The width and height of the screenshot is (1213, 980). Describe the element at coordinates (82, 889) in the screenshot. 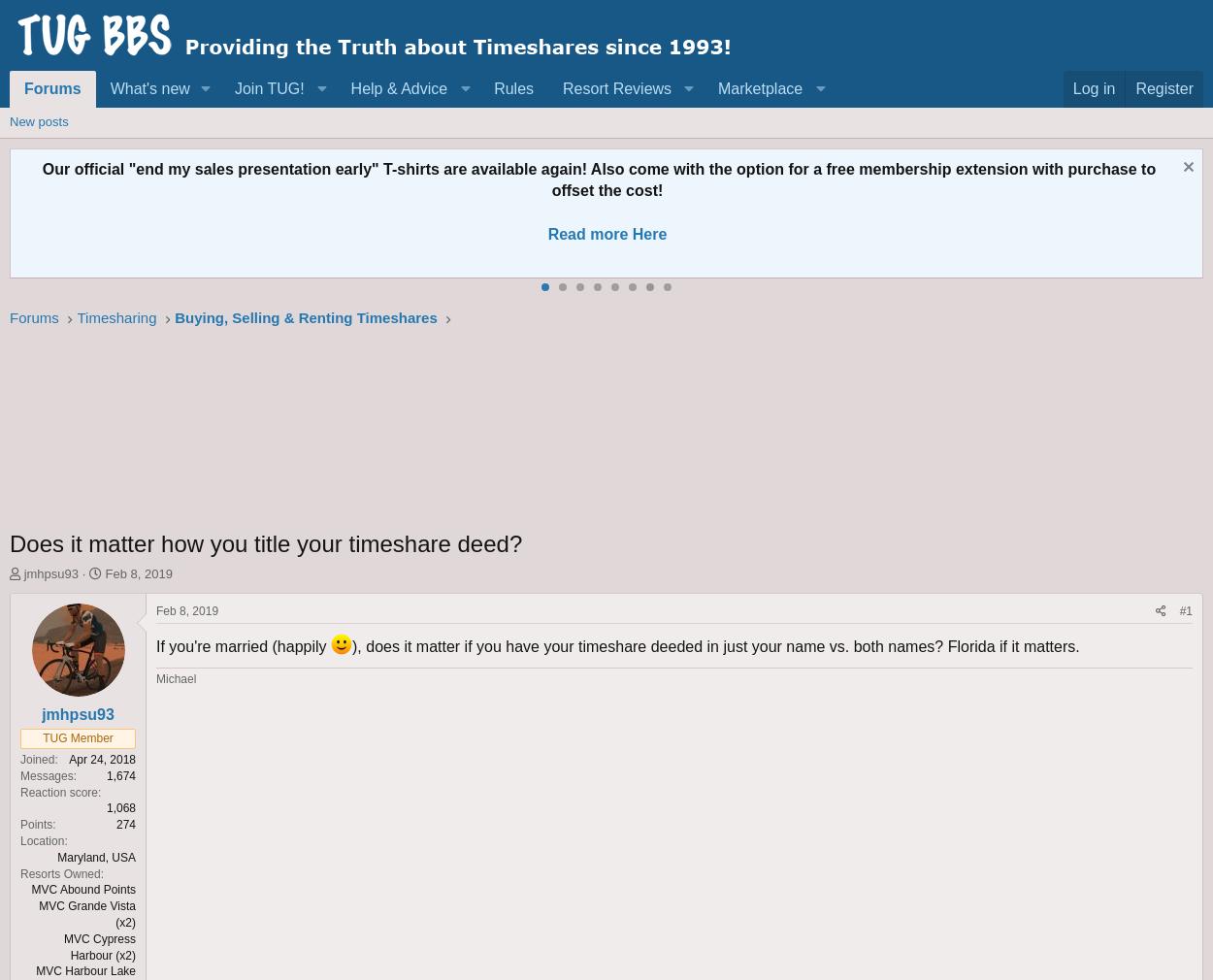

I see `'MVC Abound Points'` at that location.